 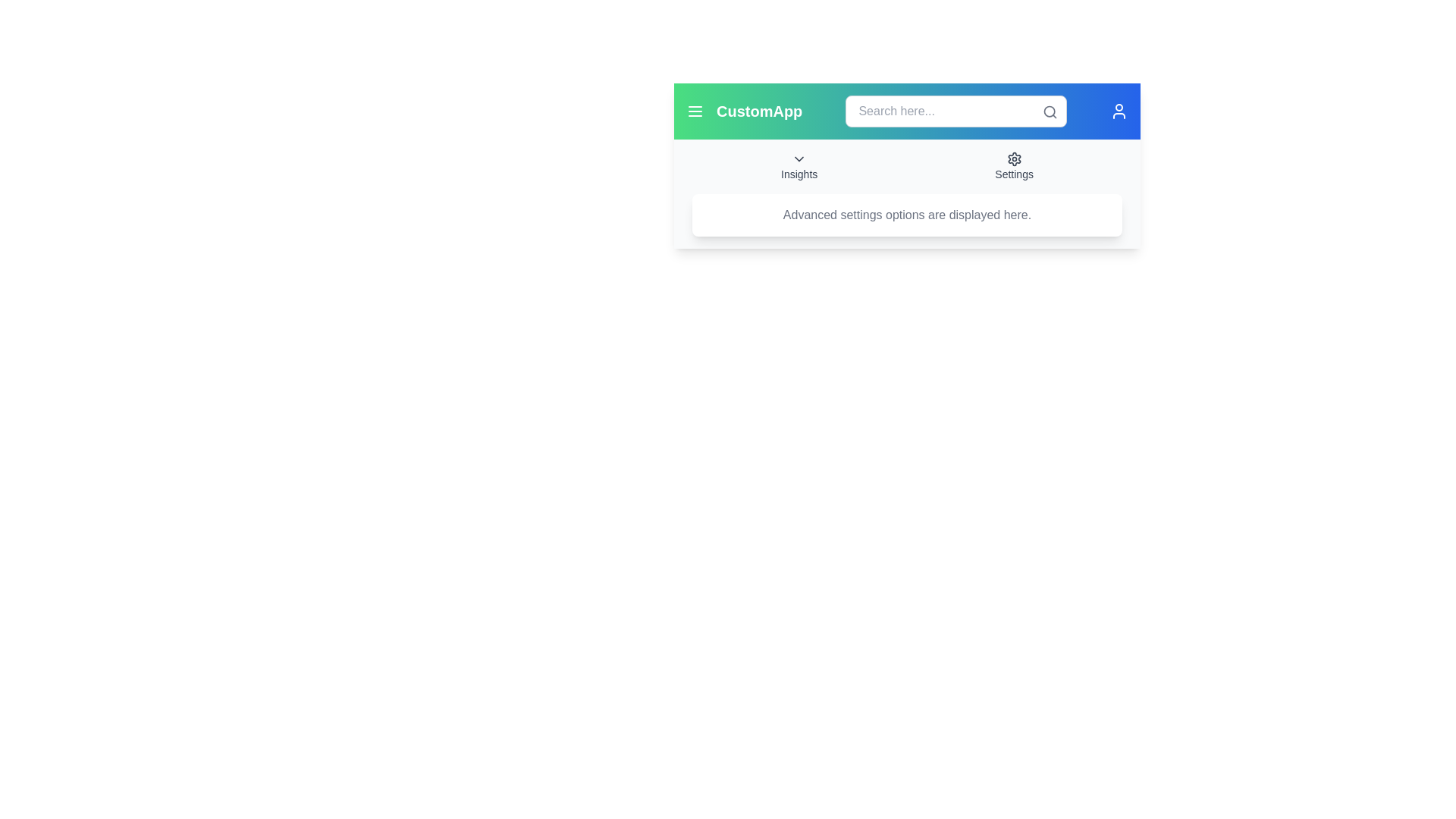 I want to click on the hamburger menu button located to the left of the 'CustomApp' text, so click(x=694, y=110).